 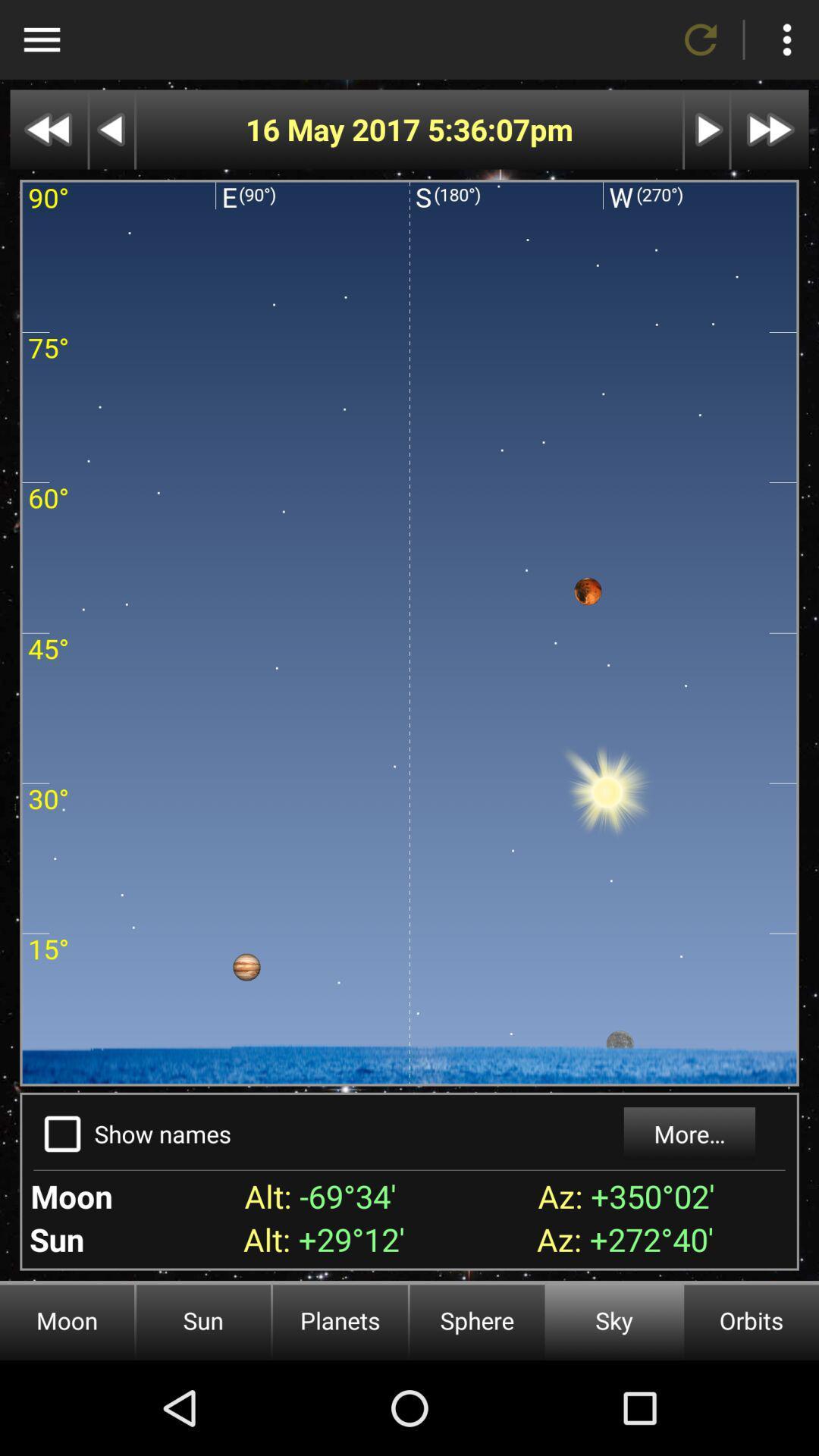 I want to click on the icon to the left of the pm app, so click(x=479, y=130).